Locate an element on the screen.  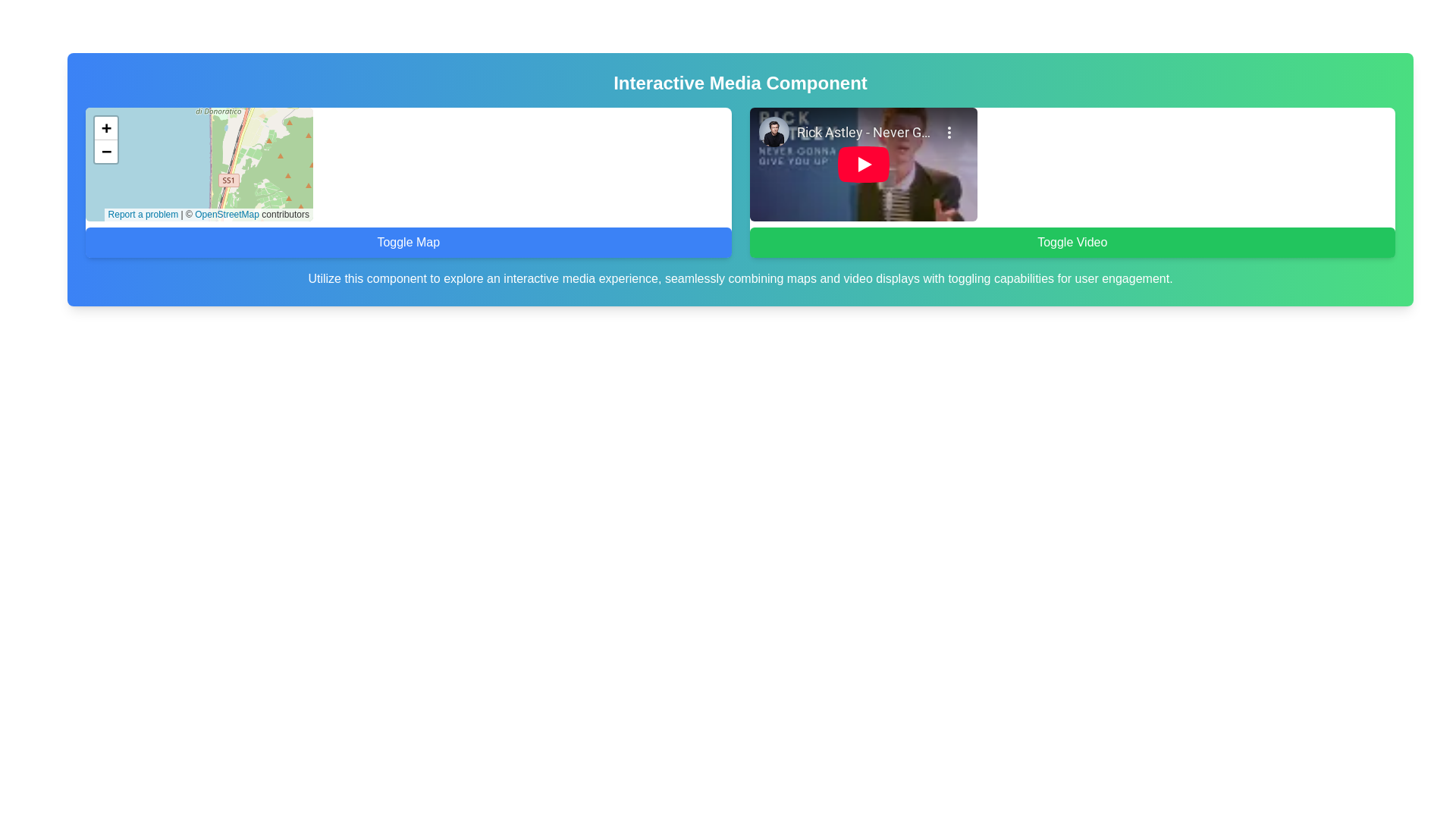
the playhead in the Embedded Video Player featuring 'Rick Astley - Never Gonna Give You Up' is located at coordinates (863, 164).